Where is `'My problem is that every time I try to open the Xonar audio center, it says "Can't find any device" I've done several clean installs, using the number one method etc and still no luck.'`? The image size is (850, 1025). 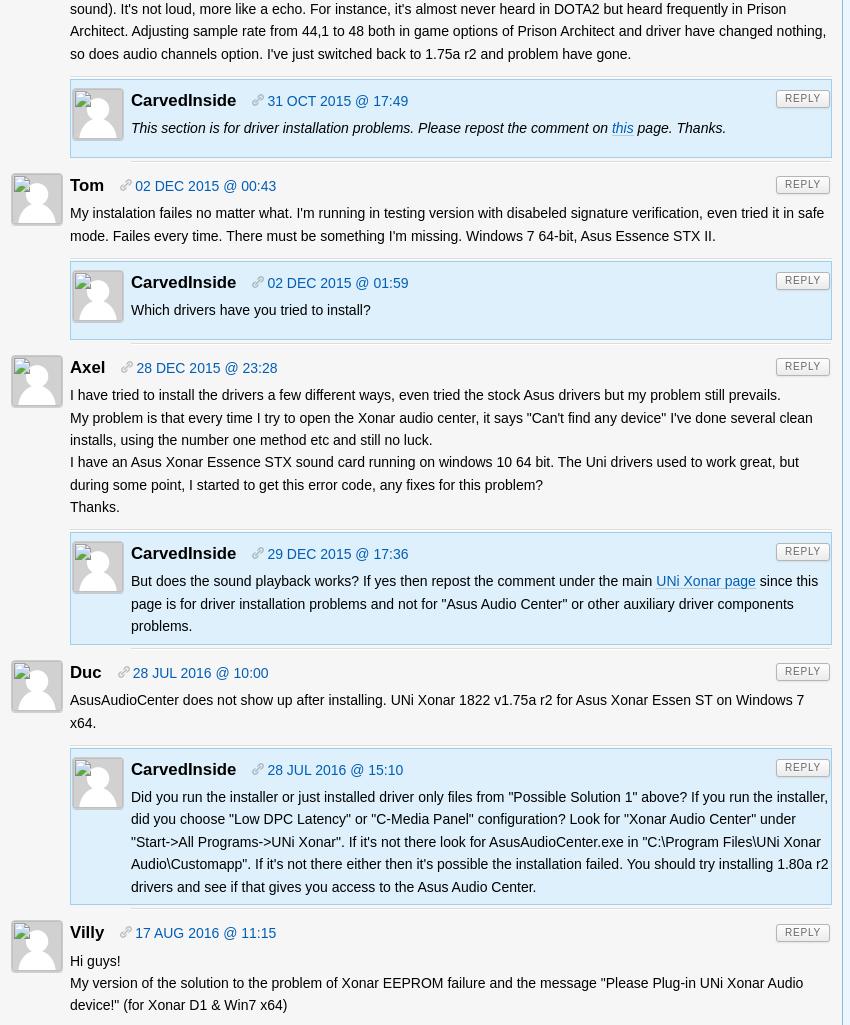
'My problem is that every time I try to open the Xonar audio center, it says "Can't find any device" I've done several clean installs, using the number one method etc and still no luck.' is located at coordinates (439, 427).